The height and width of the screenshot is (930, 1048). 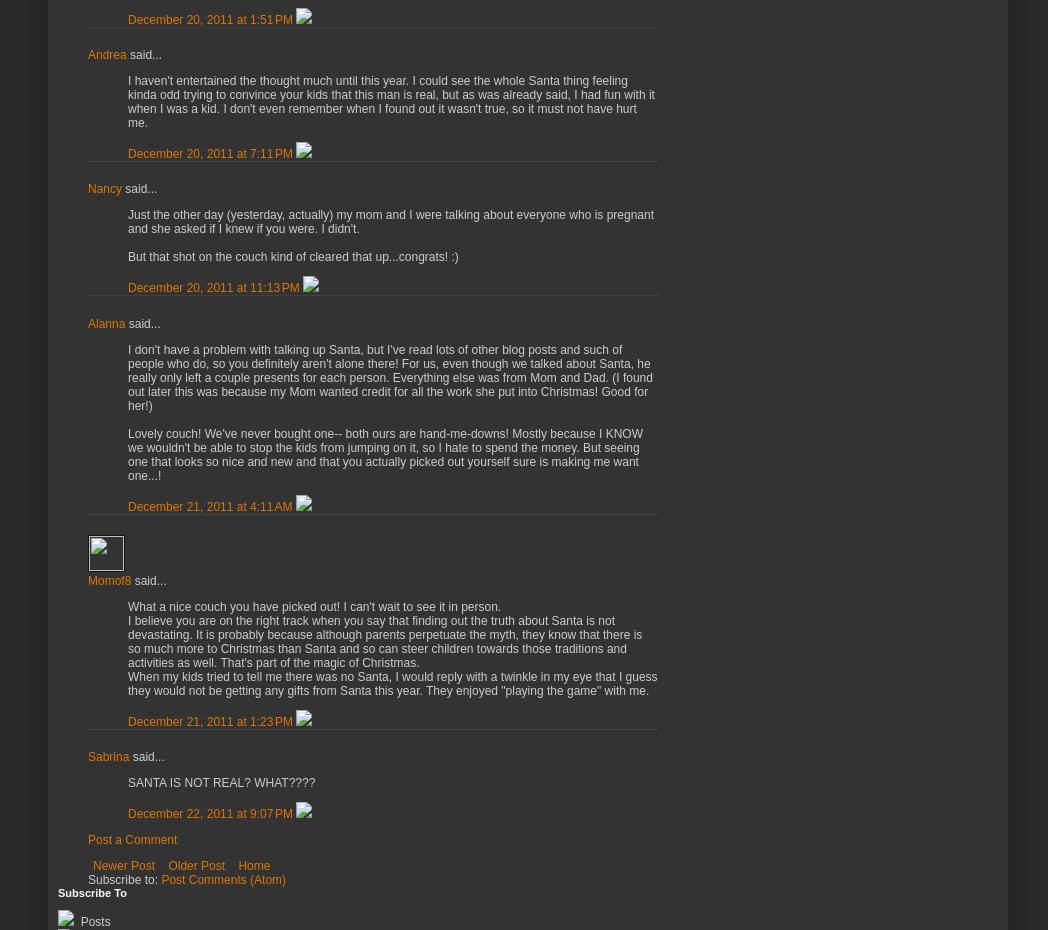 What do you see at coordinates (106, 53) in the screenshot?
I see `'Andrea'` at bounding box center [106, 53].